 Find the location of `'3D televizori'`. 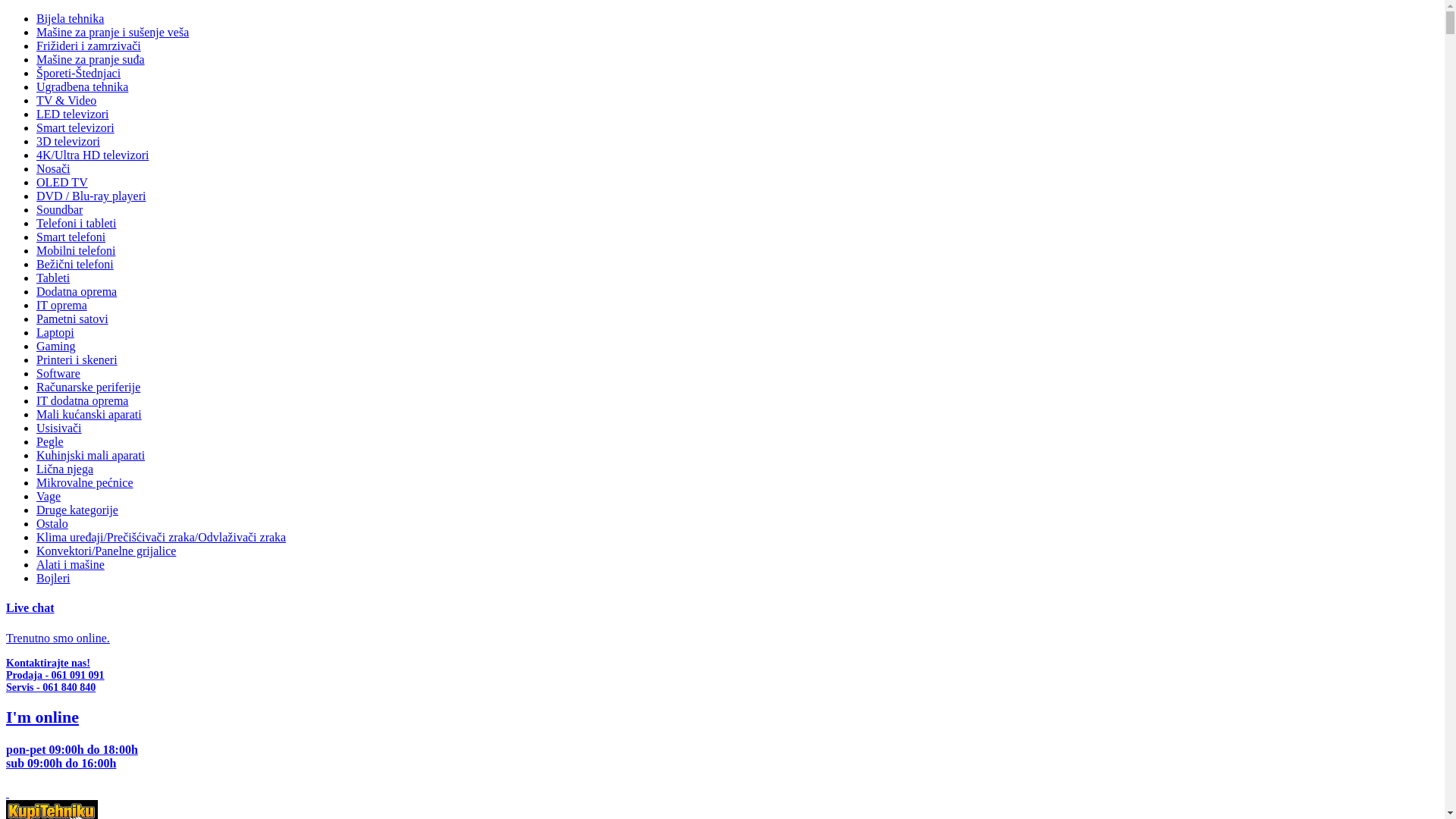

'3D televizori' is located at coordinates (67, 141).